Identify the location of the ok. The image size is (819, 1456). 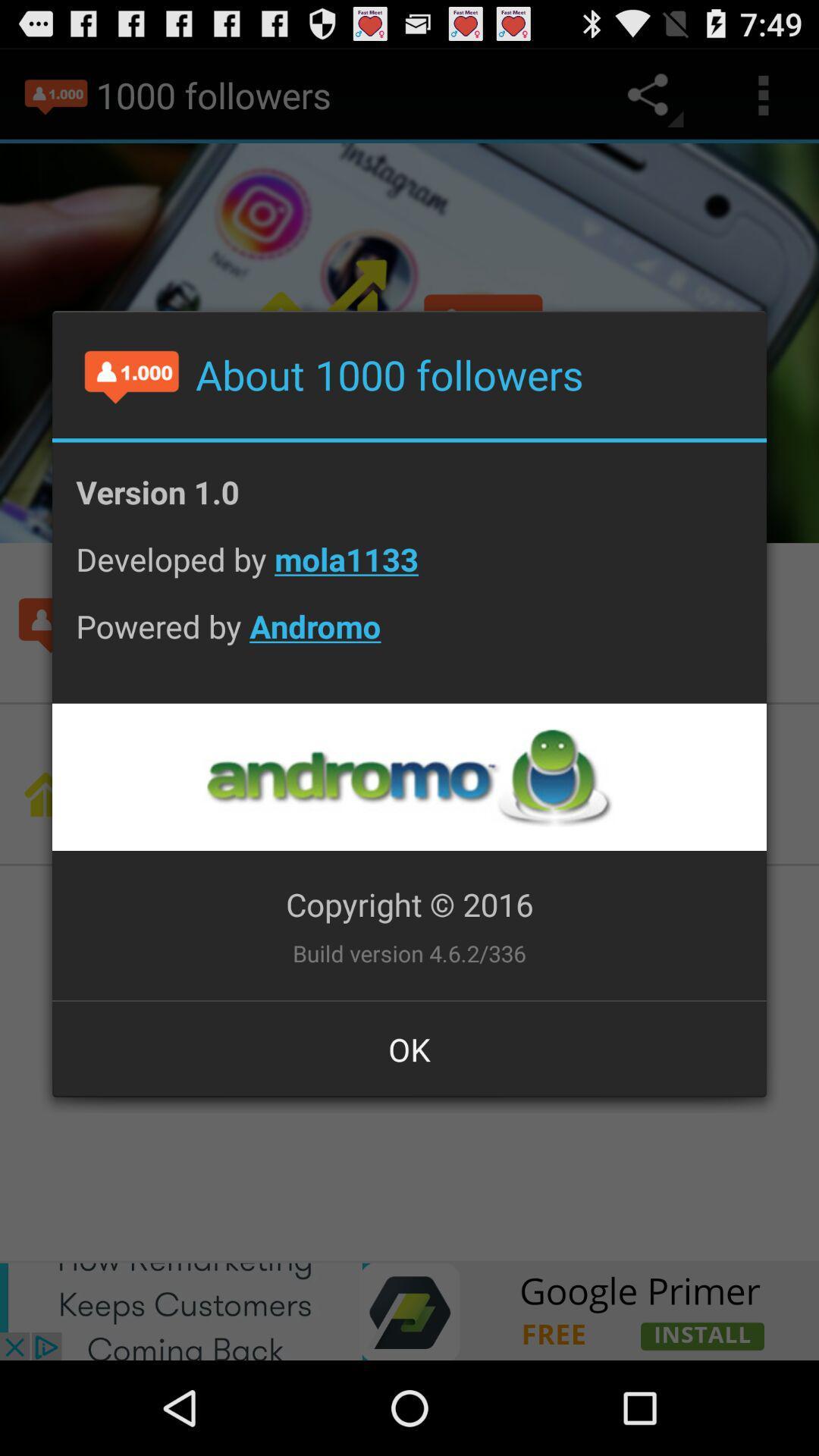
(409, 1048).